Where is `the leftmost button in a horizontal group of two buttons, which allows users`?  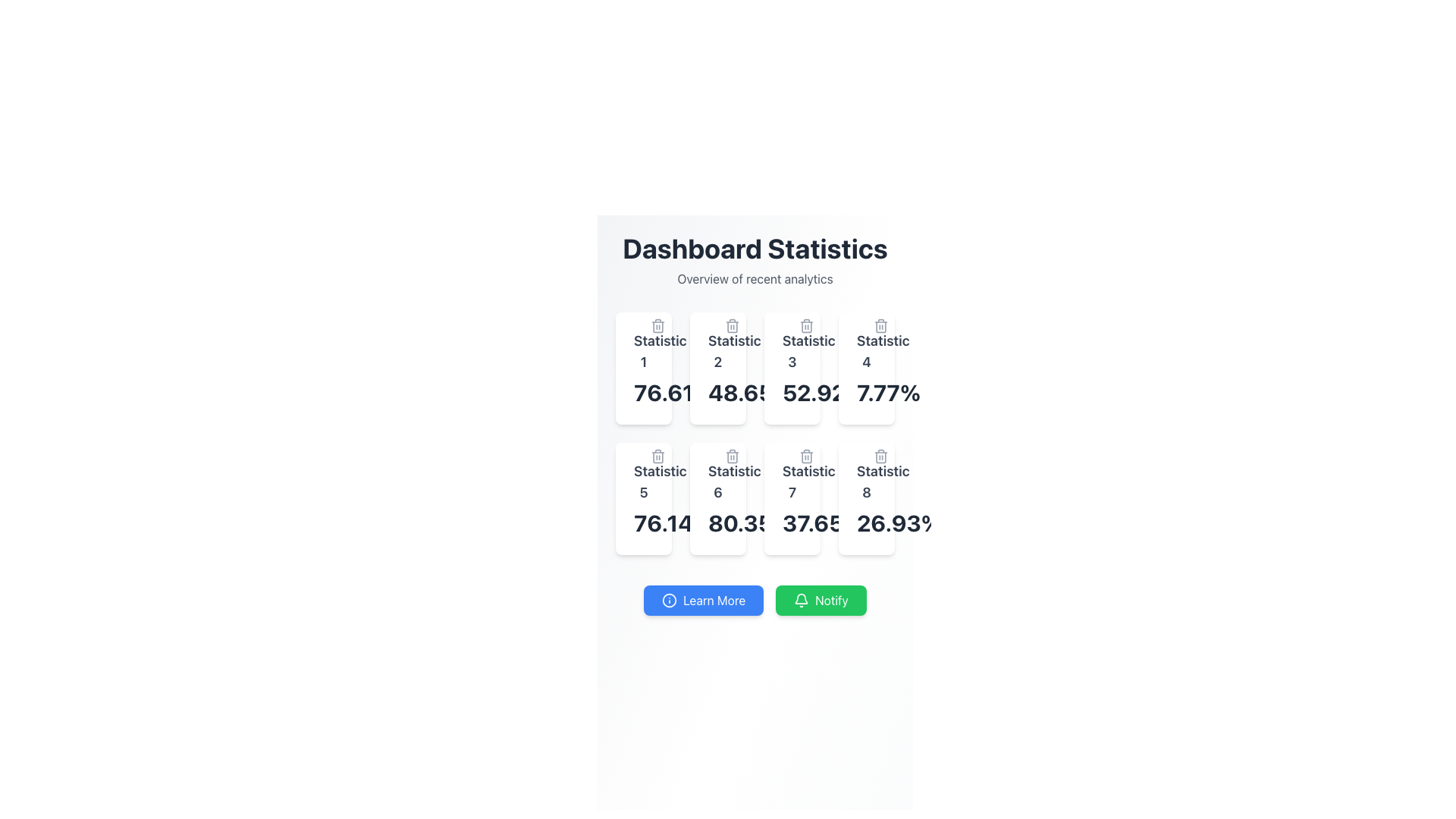
the leftmost button in a horizontal group of two buttons, which allows users is located at coordinates (703, 599).